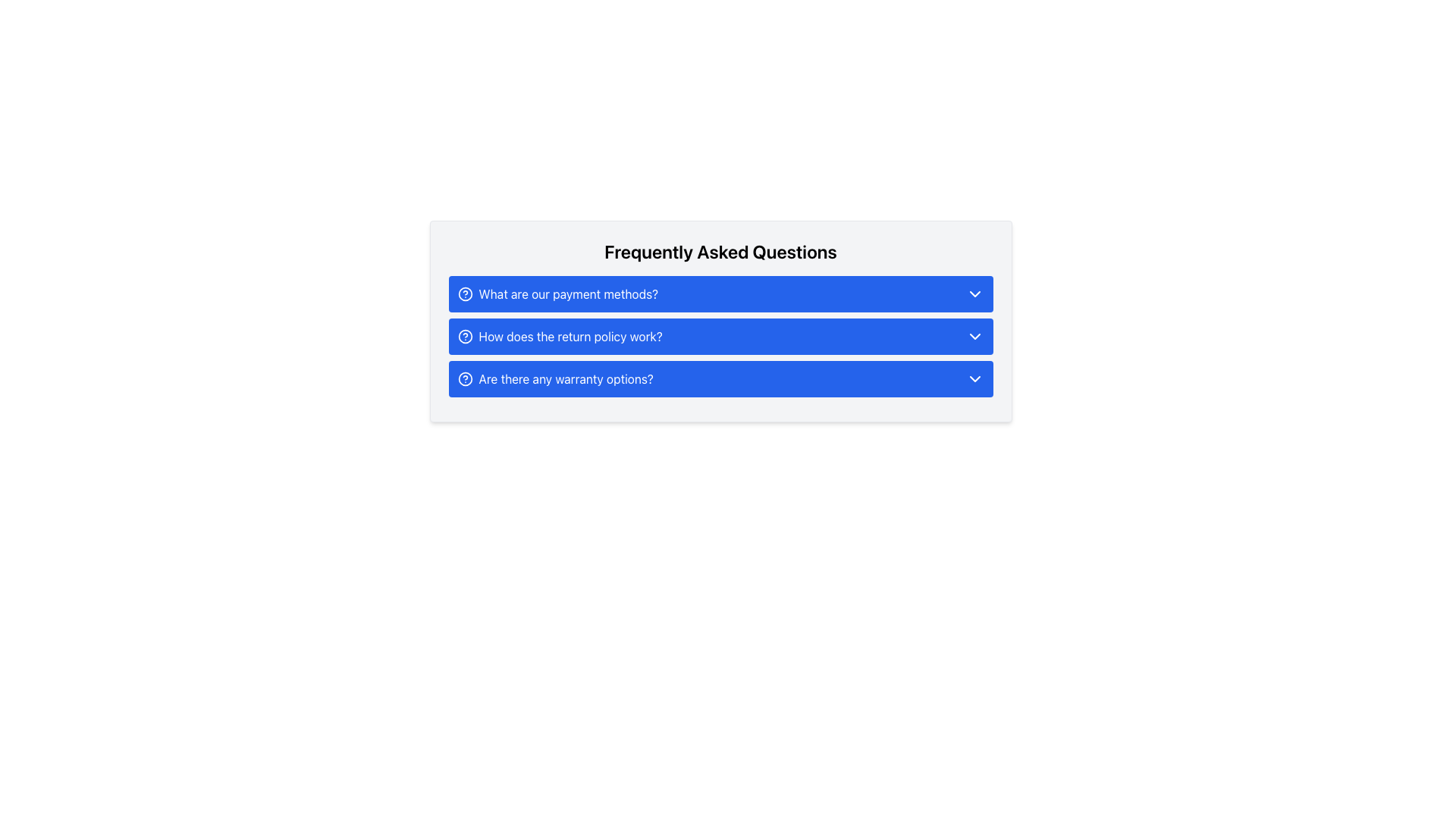 This screenshot has width=1456, height=819. What do you see at coordinates (570, 335) in the screenshot?
I see `the FAQ entry titled 'What is our return policy?'` at bounding box center [570, 335].